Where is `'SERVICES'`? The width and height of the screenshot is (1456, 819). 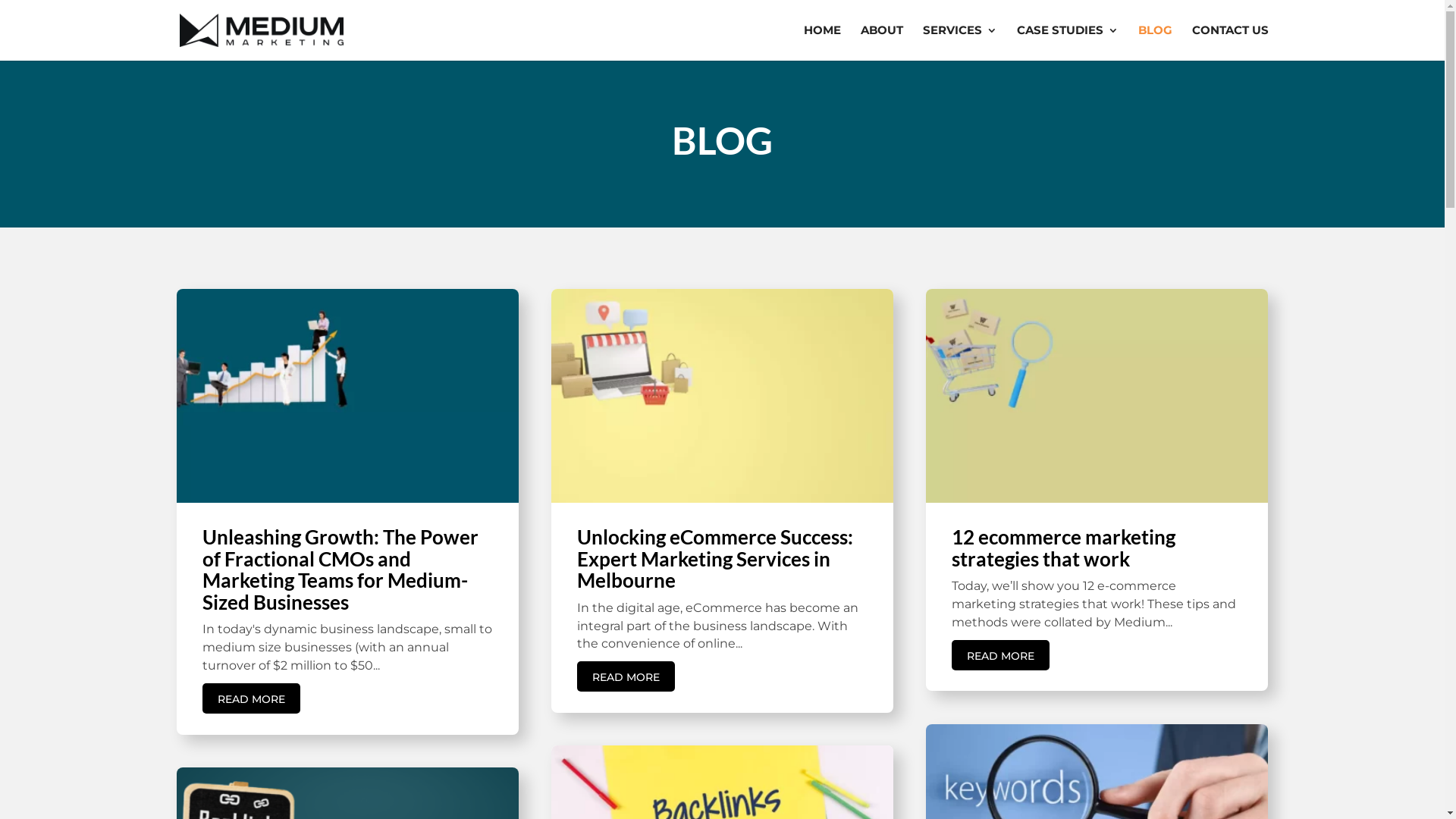 'SERVICES' is located at coordinates (959, 42).